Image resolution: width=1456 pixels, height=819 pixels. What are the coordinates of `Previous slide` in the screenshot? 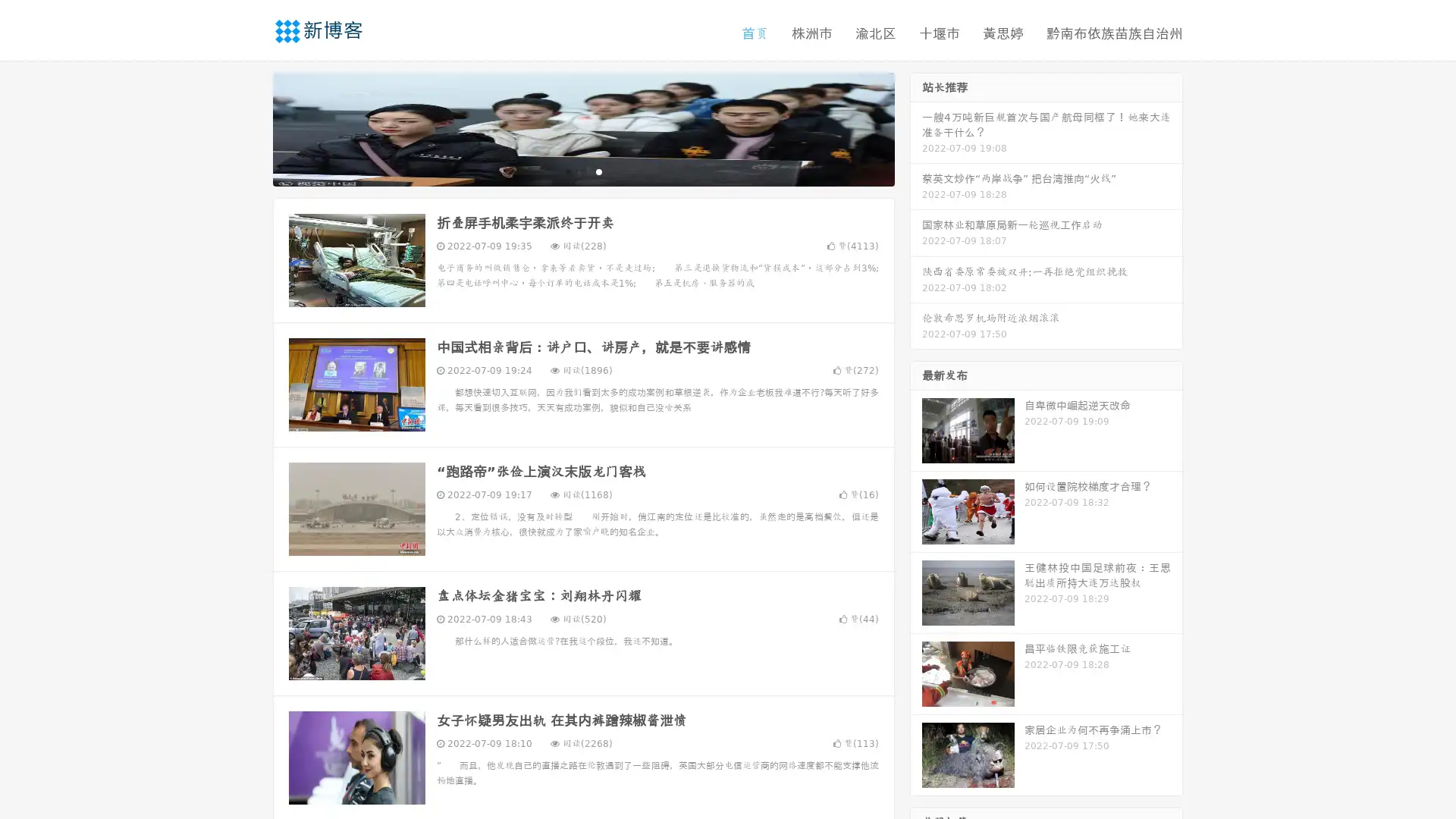 It's located at (250, 127).